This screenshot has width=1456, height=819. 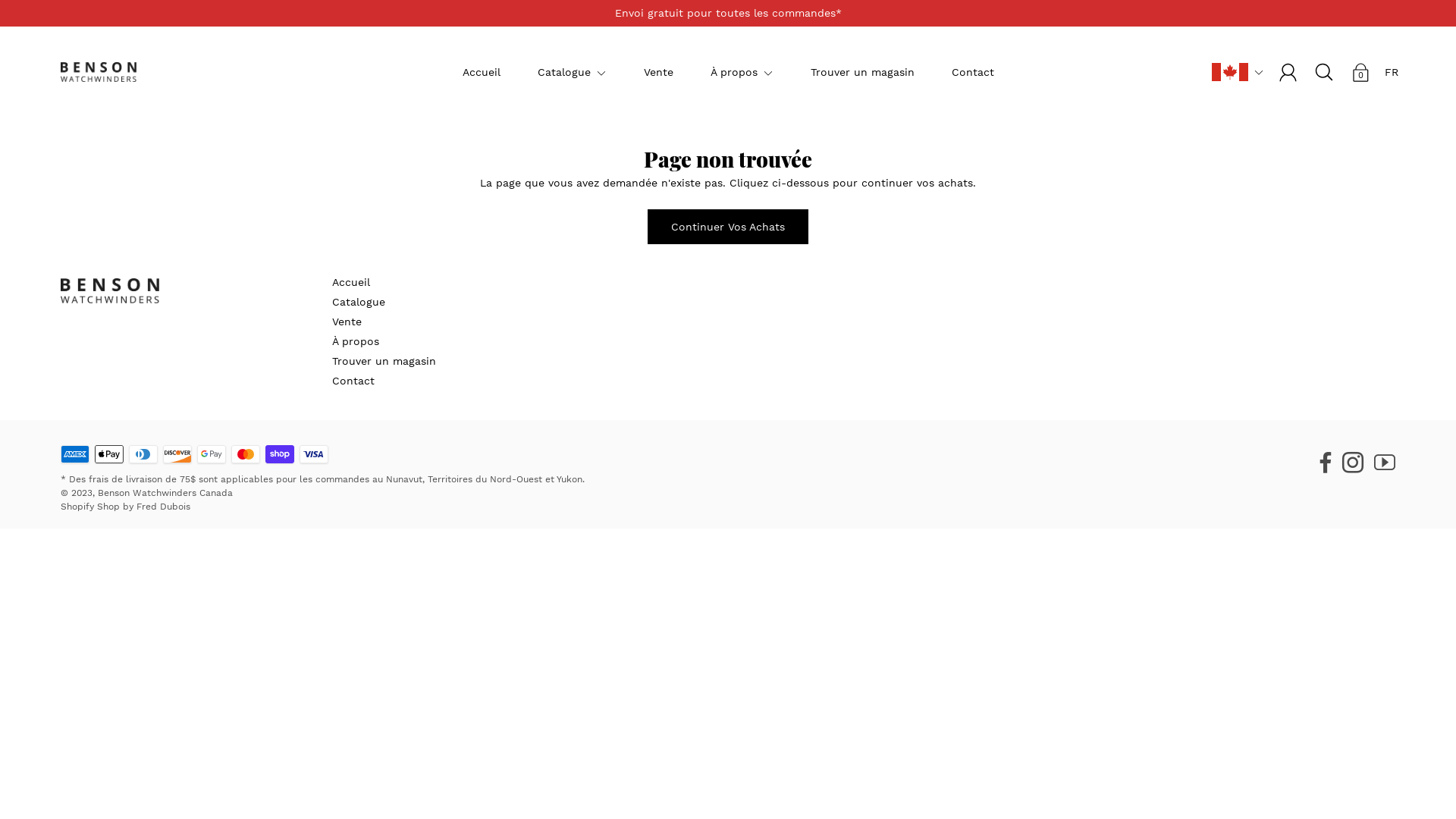 I want to click on 'Trouver un magasin', so click(x=331, y=360).